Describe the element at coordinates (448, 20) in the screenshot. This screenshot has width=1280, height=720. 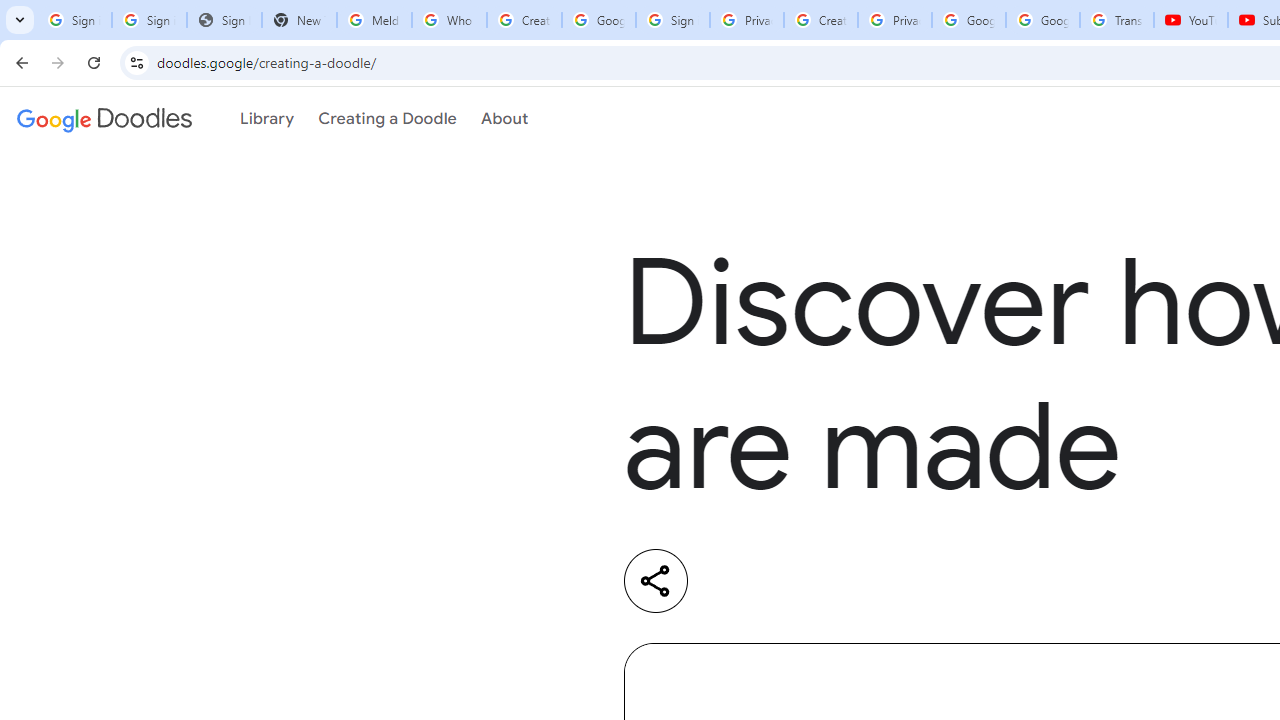
I see `'Who is my administrator? - Google Account Help'` at that location.